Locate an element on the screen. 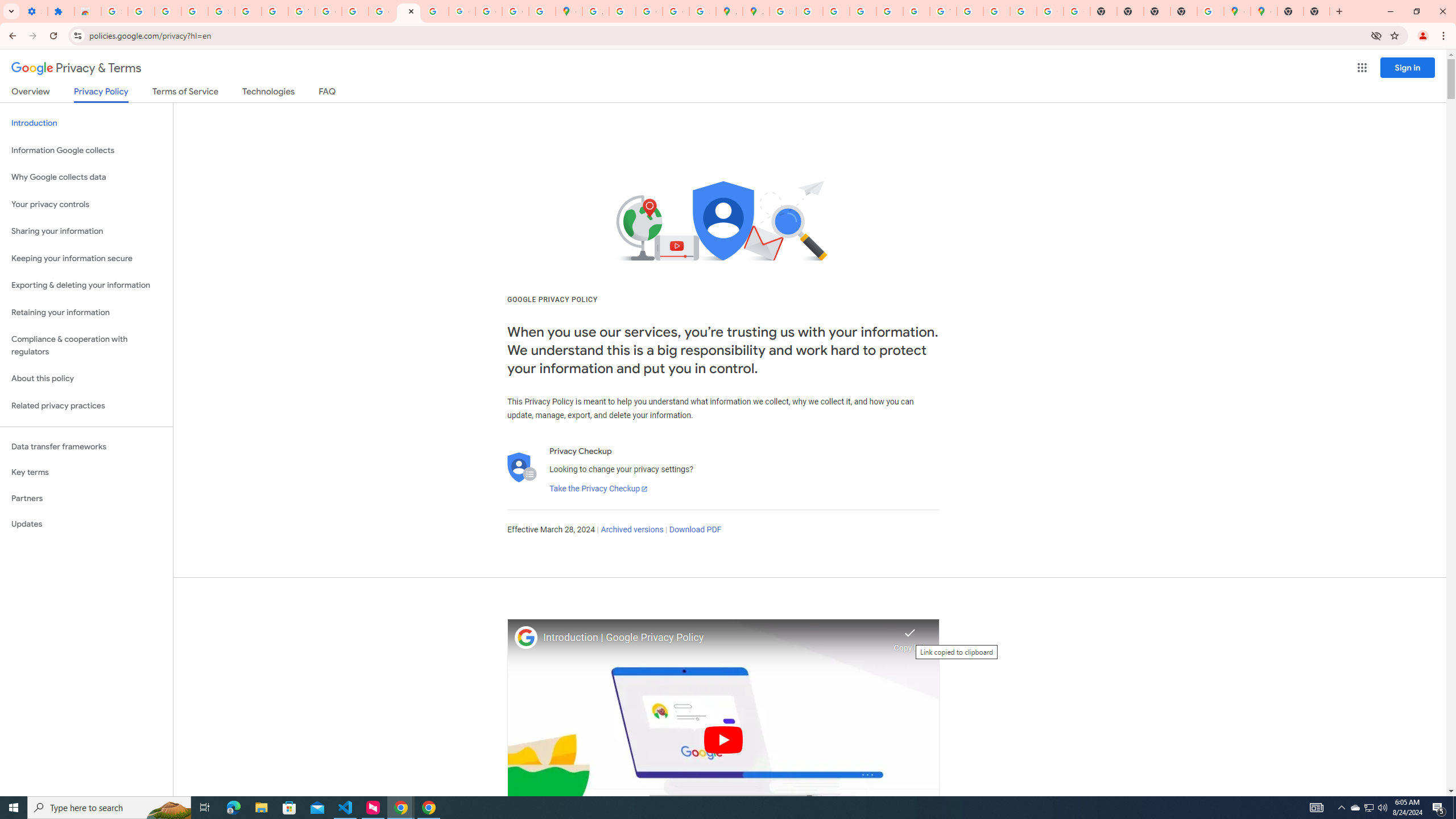  'Updates' is located at coordinates (86, 523).